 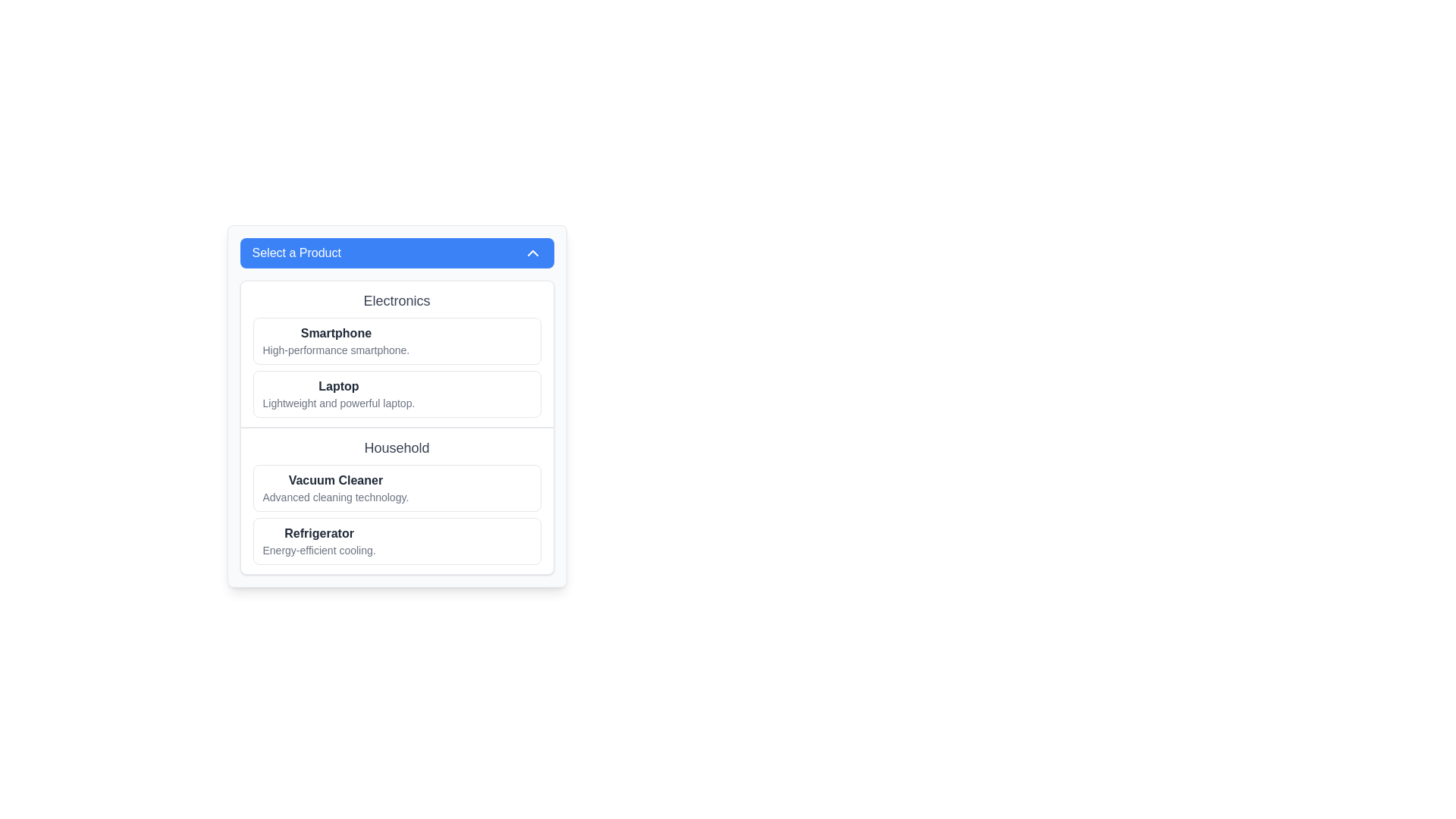 I want to click on the List item labeled 'Smartphone' which contains a bold title and descriptive text, so click(x=335, y=341).